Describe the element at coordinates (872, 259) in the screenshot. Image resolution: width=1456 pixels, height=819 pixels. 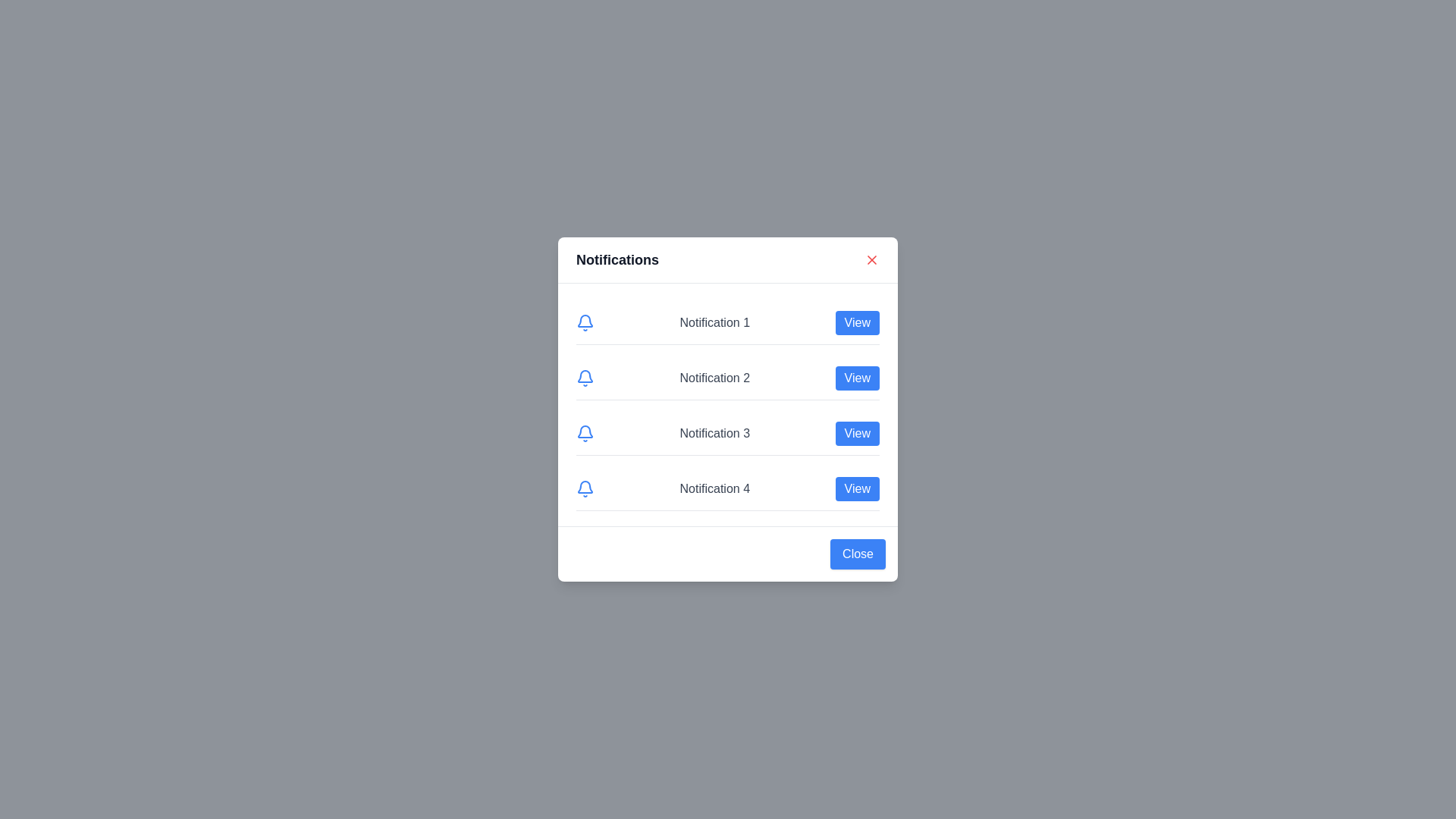
I see `the top-right close button to close the notification dialog` at that location.